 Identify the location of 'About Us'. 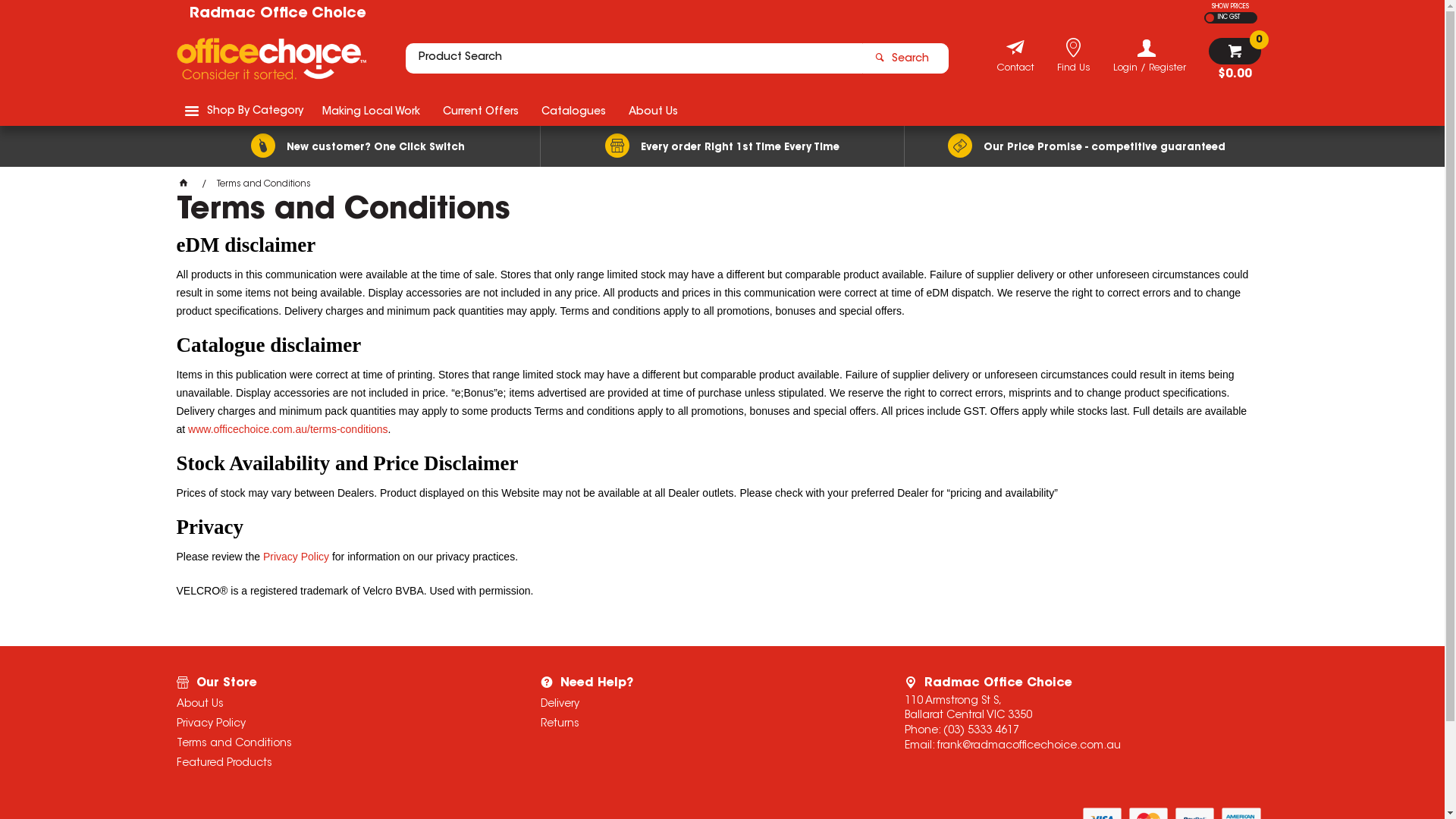
(653, 110).